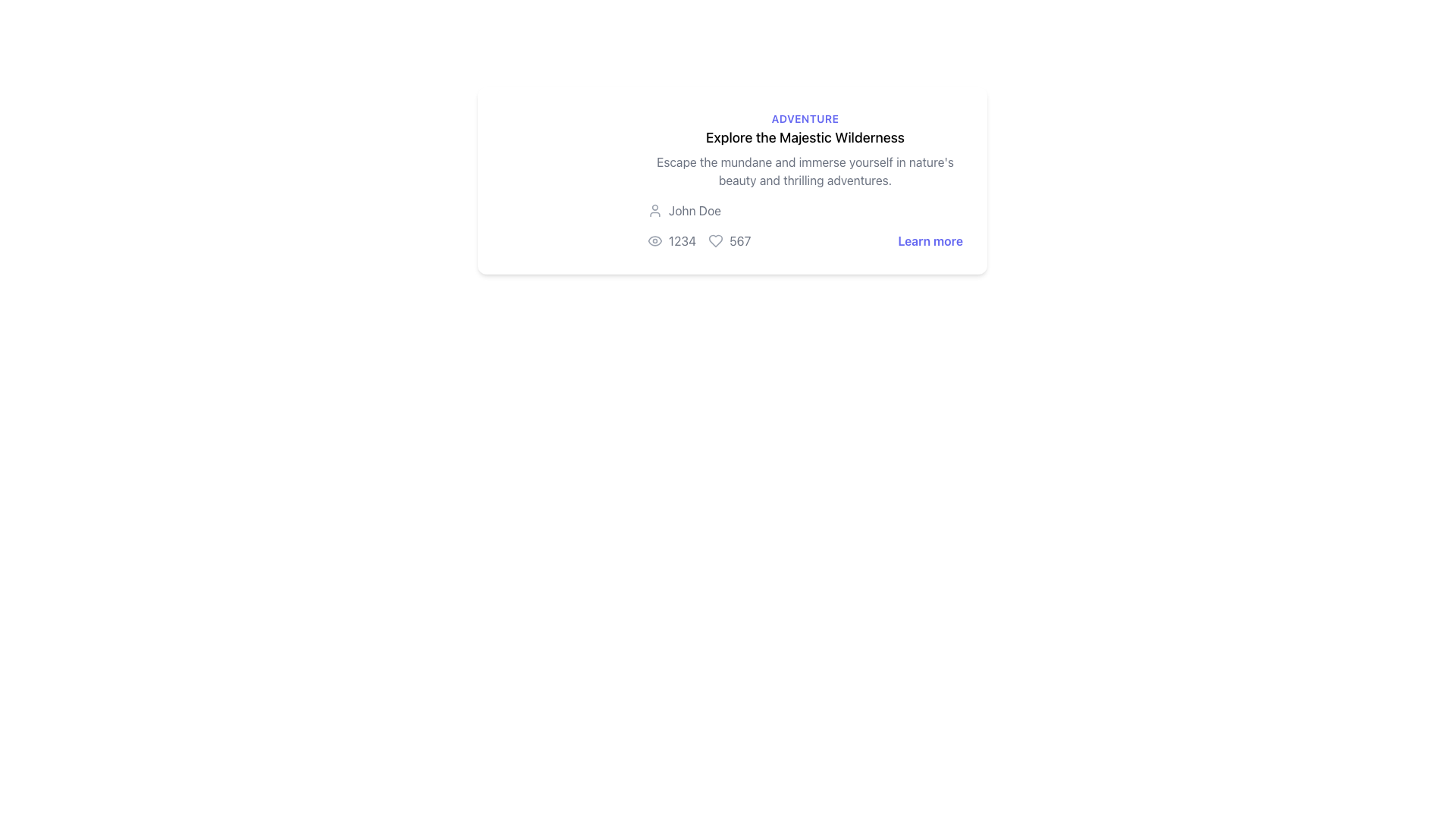 This screenshot has height=819, width=1456. Describe the element at coordinates (698, 240) in the screenshot. I see `displayed values from the Summary display that shows statistics such as views and likes, located below 'John Doe' and above the 'Learn more' link` at that location.